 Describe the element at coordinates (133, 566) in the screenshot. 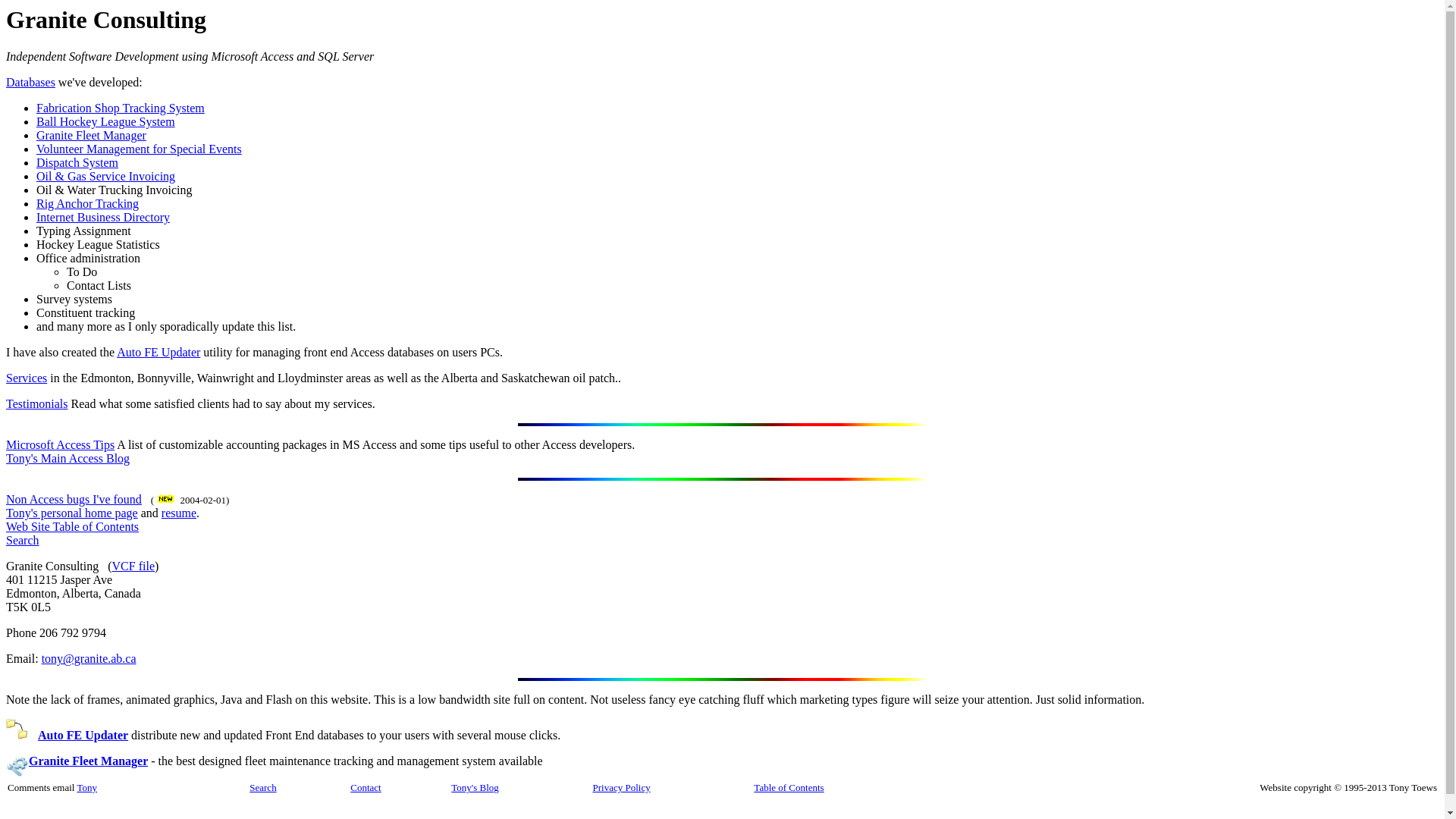

I see `'VCF file'` at that location.